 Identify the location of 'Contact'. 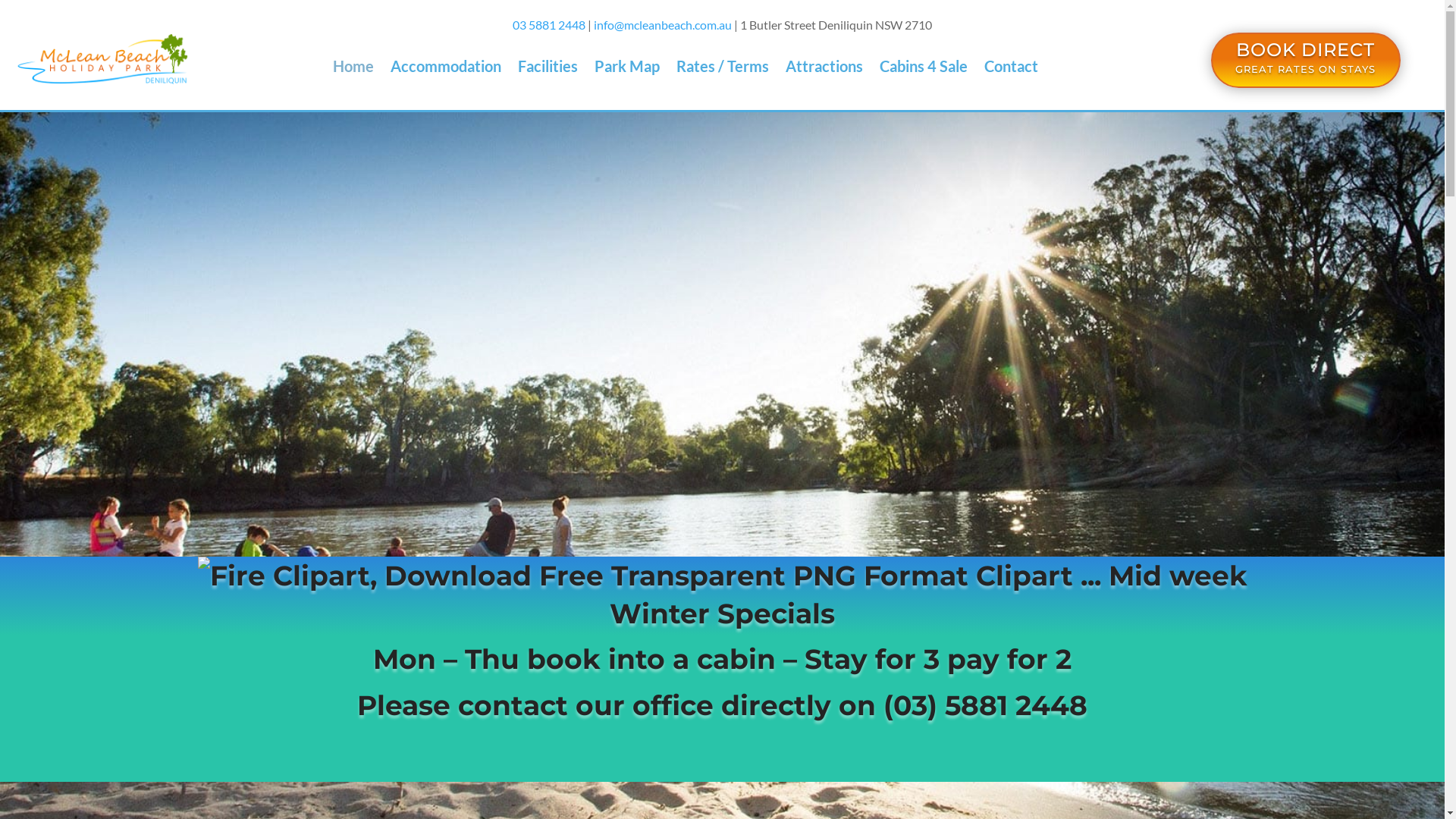
(1011, 69).